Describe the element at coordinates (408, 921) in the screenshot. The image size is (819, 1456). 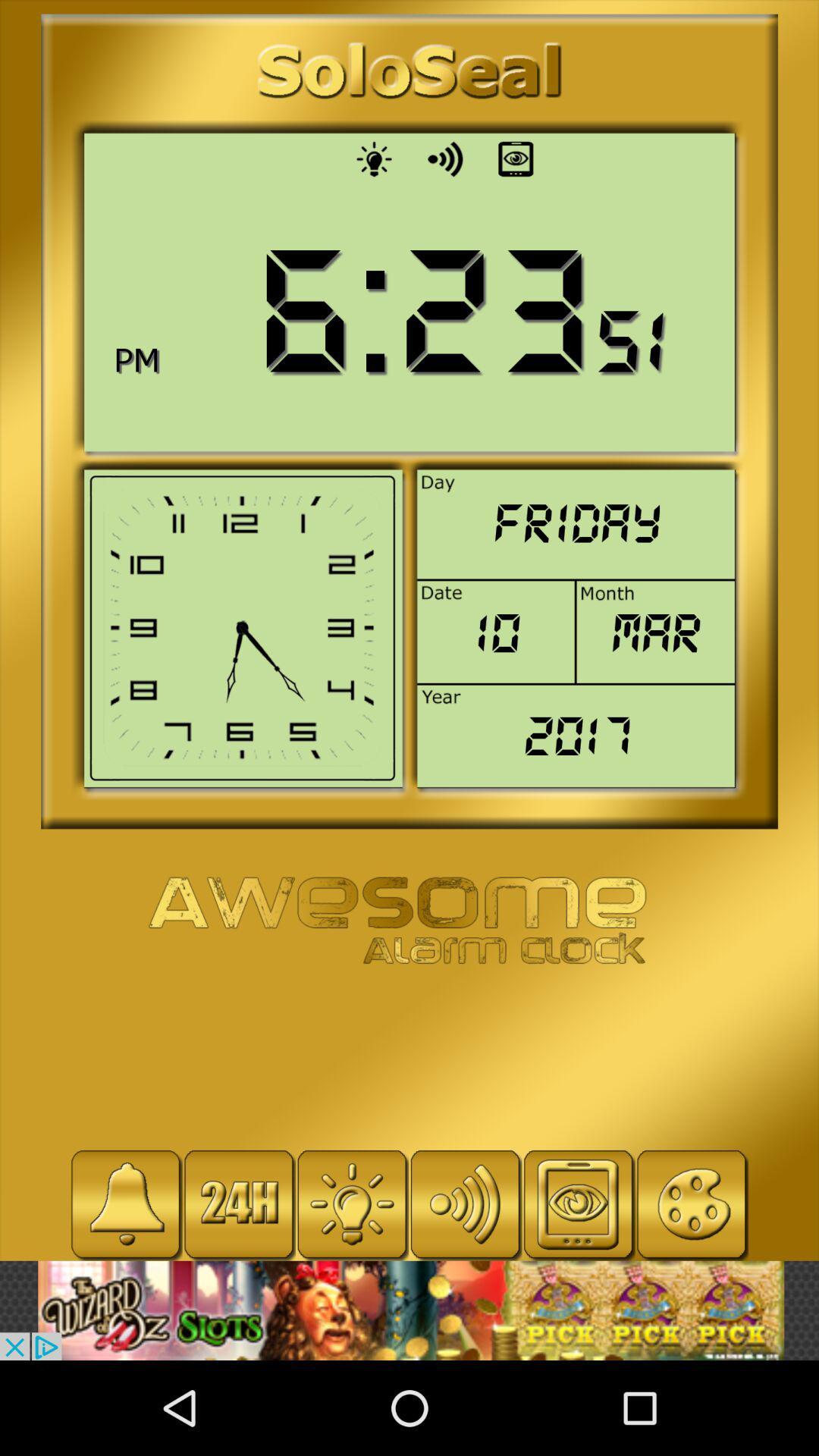
I see `the text which is below the clock` at that location.